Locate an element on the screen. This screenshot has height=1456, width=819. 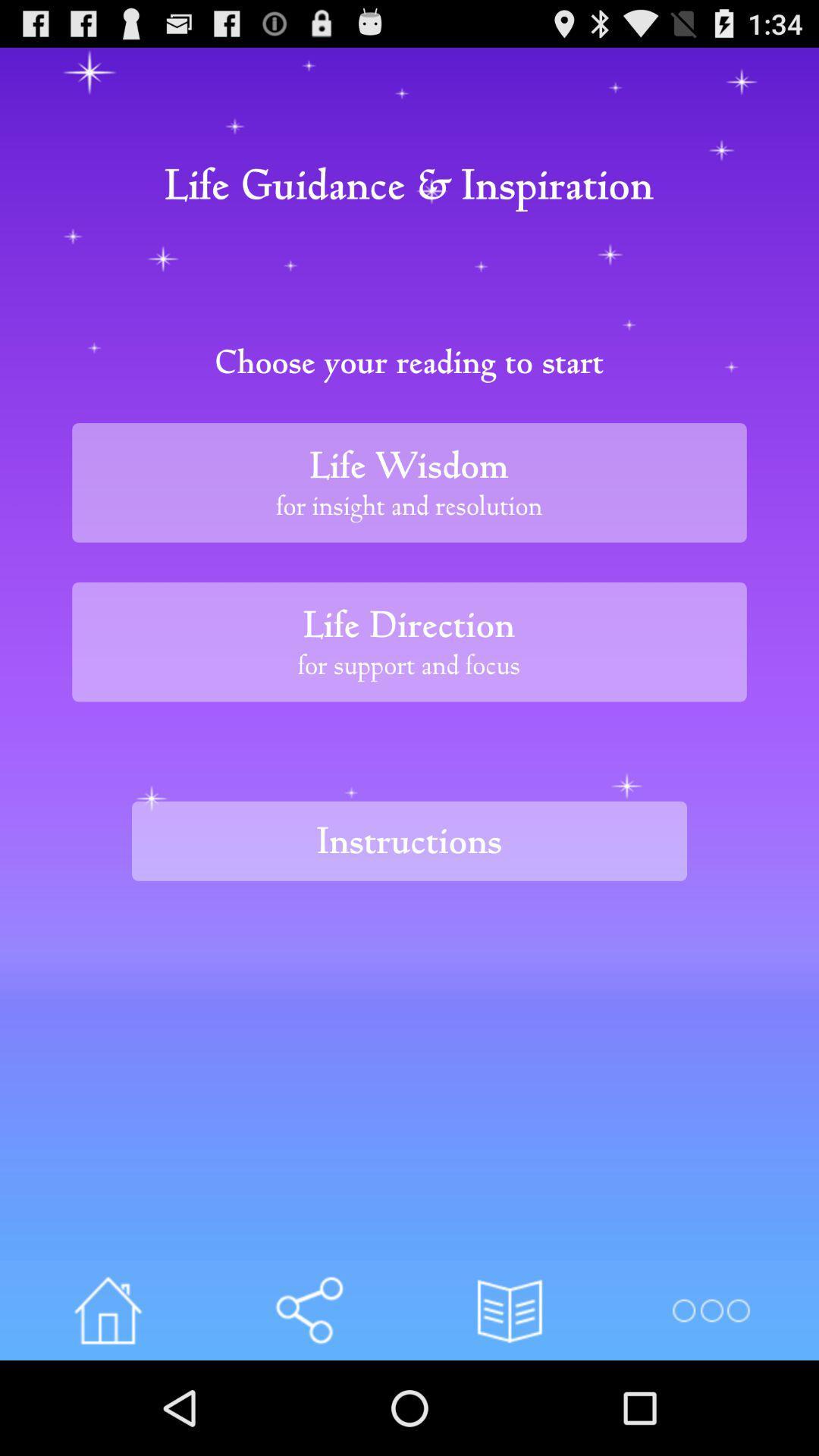
show readings is located at coordinates (510, 1310).